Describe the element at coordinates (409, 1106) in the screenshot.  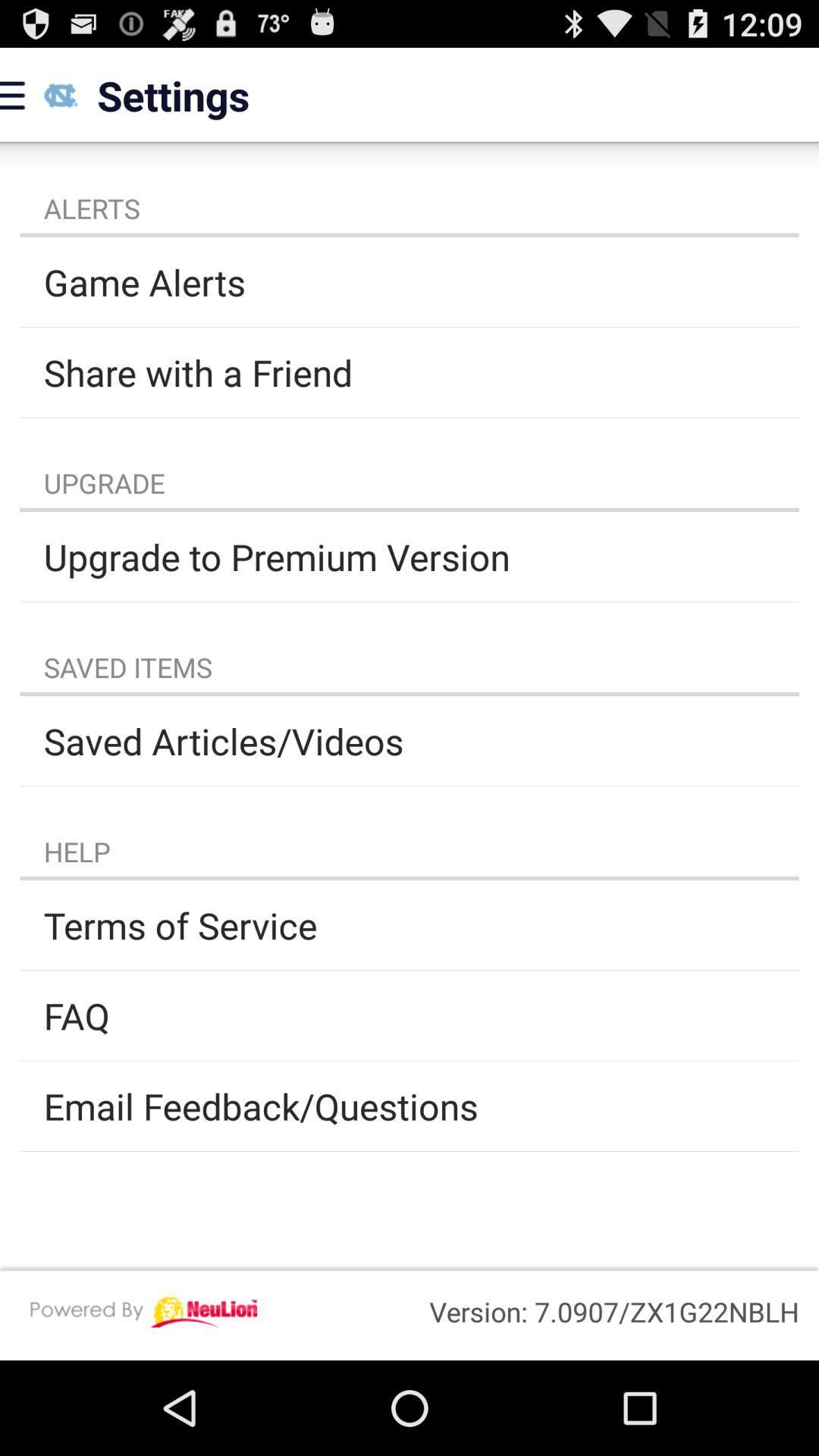
I see `email feedback/questions app` at that location.